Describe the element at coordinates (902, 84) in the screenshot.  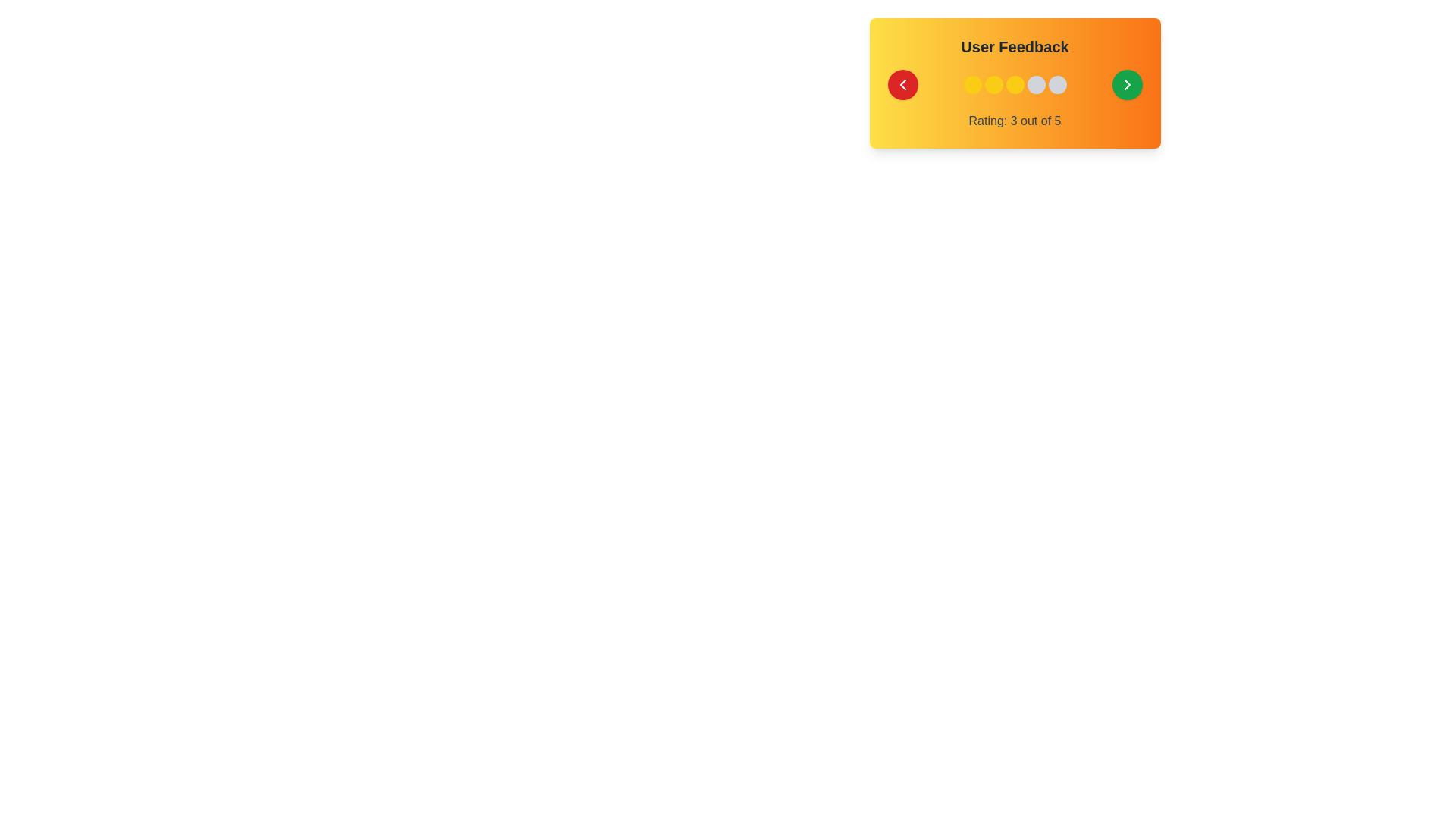
I see `the red rounded Icon button located at the leftmost side of the feedback interface` at that location.